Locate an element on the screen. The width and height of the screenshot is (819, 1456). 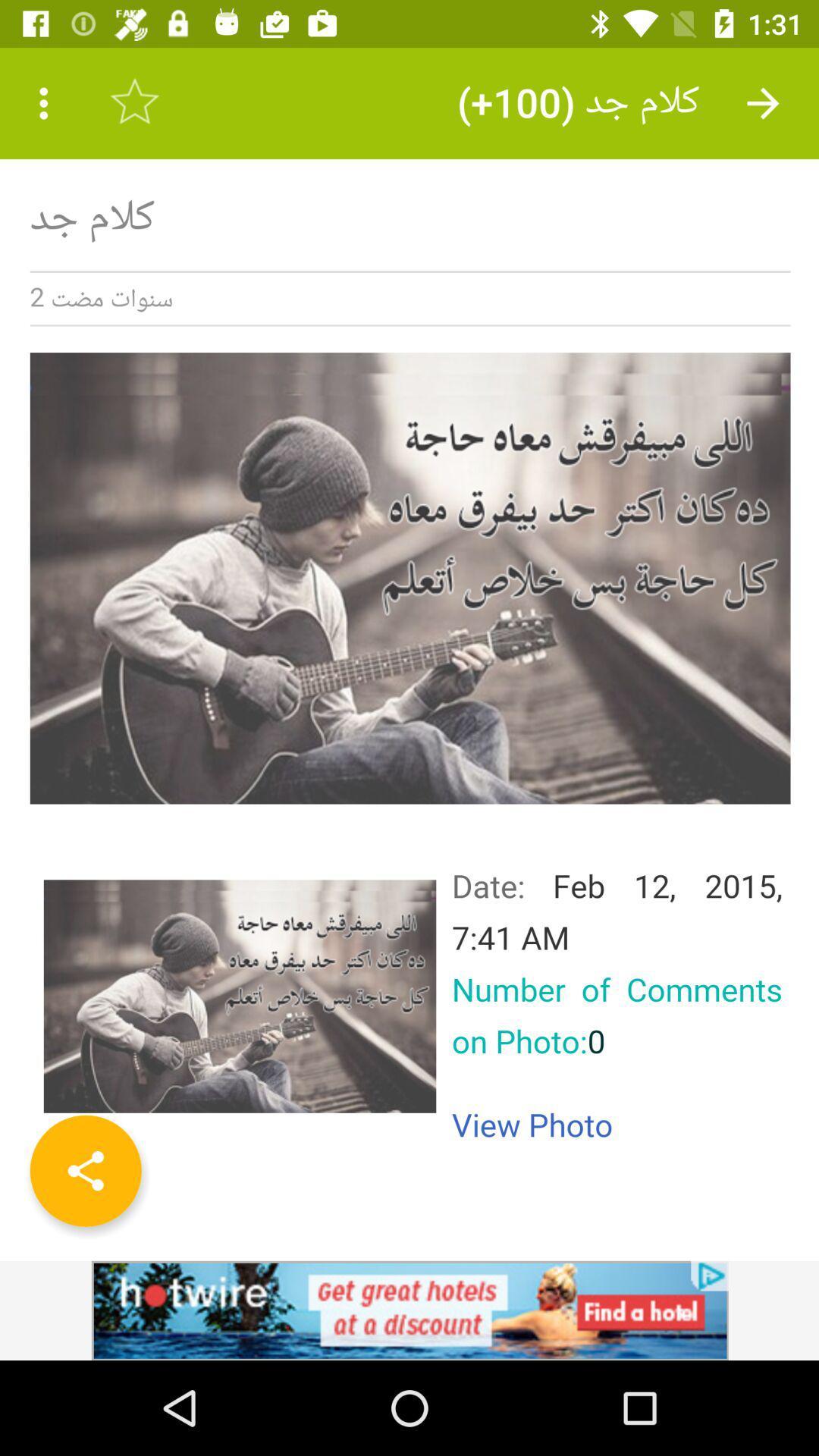
the share icon is located at coordinates (86, 1170).